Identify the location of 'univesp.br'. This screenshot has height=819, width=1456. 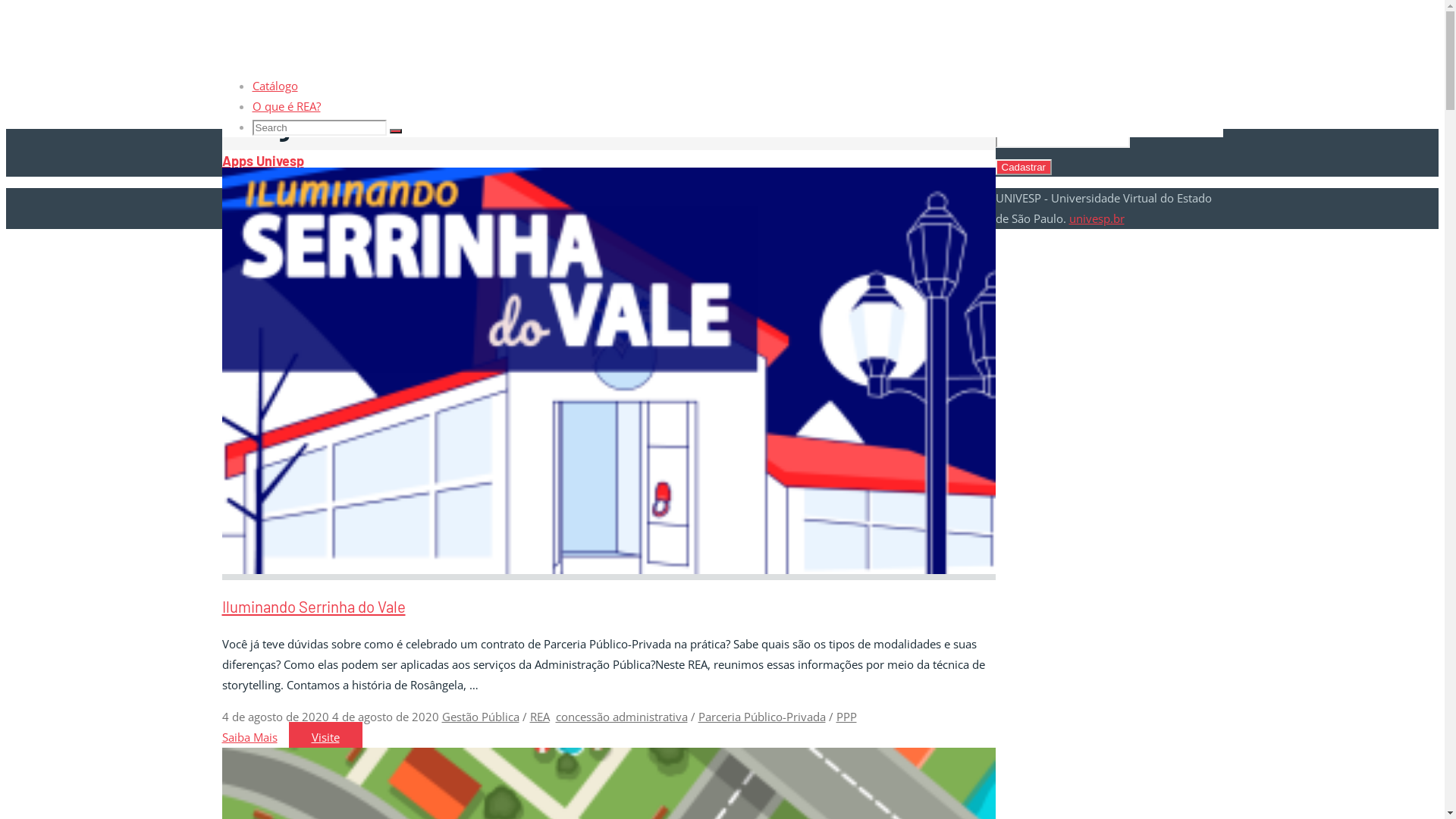
(1068, 218).